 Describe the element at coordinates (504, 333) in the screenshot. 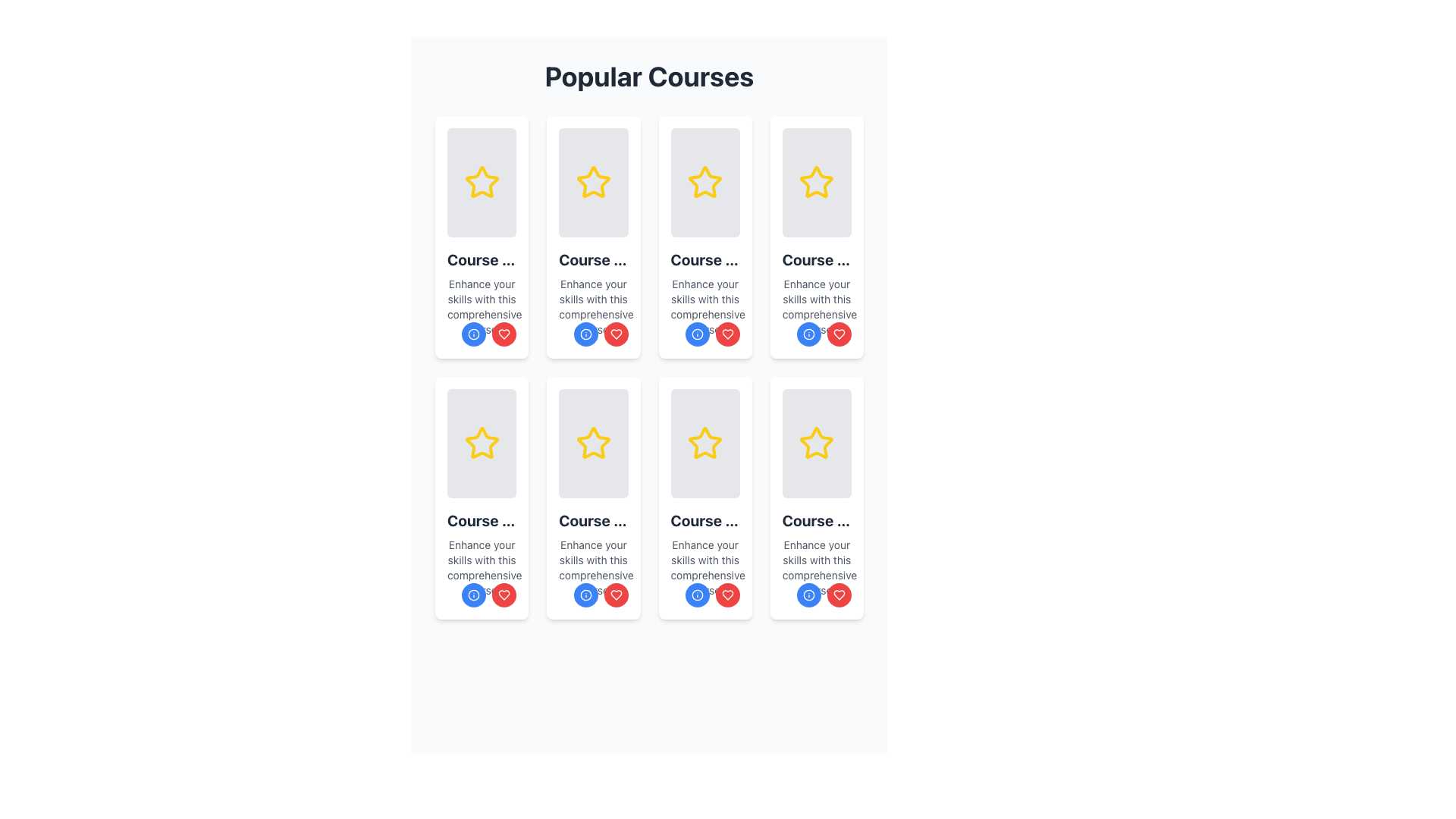

I see `the heart icon button located at the bottom right corner of the sixth course card` at that location.